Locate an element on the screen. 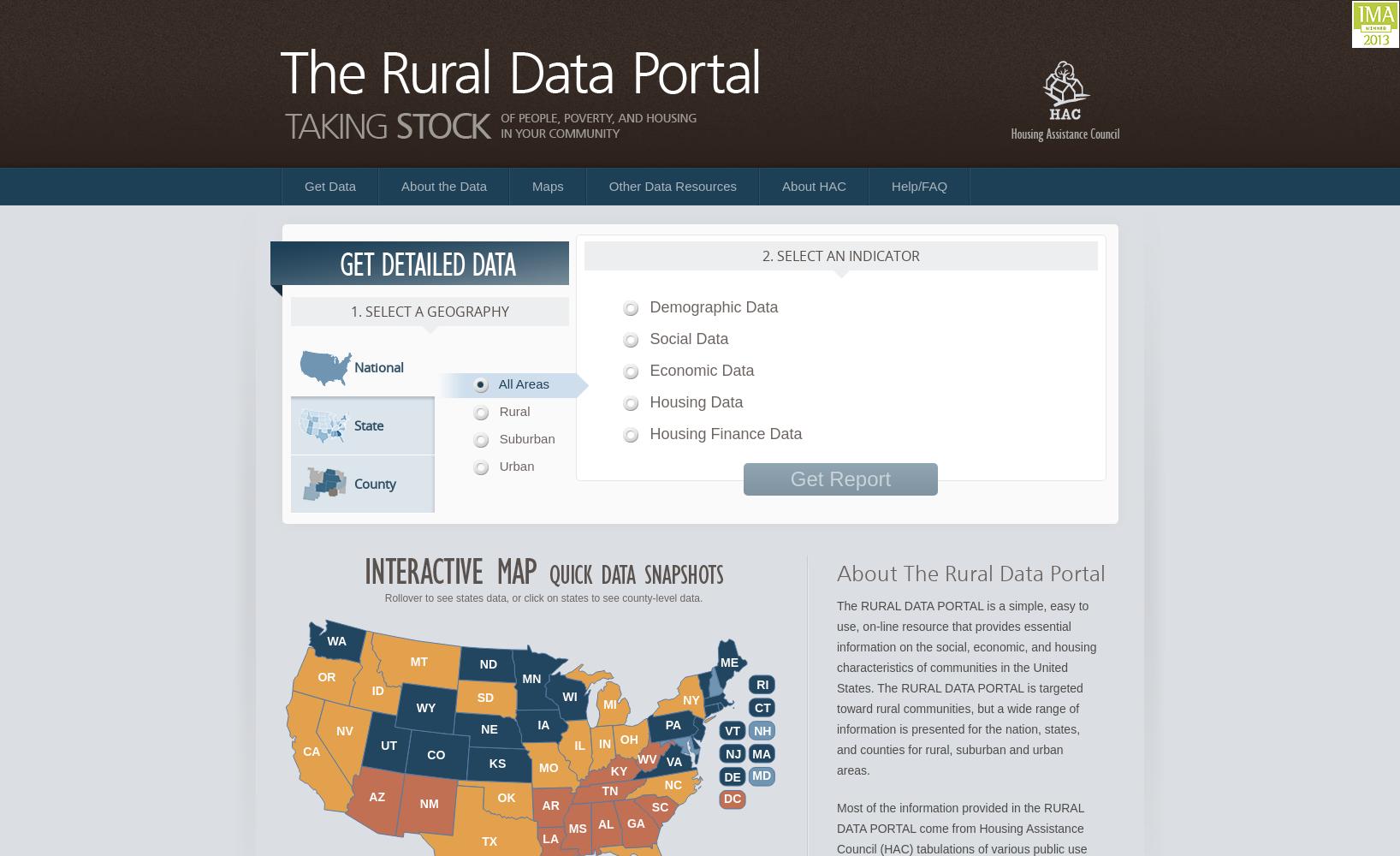  'TX' is located at coordinates (488, 840).